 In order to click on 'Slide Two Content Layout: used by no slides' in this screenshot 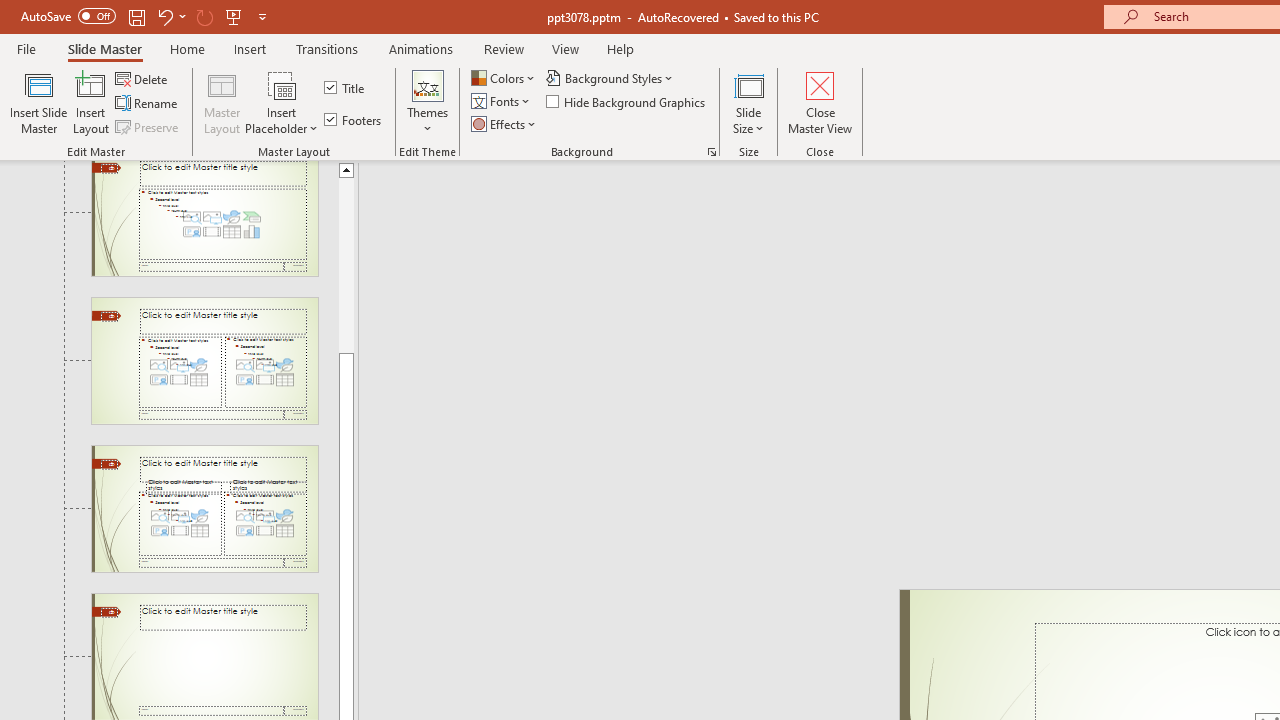, I will do `click(204, 361)`.